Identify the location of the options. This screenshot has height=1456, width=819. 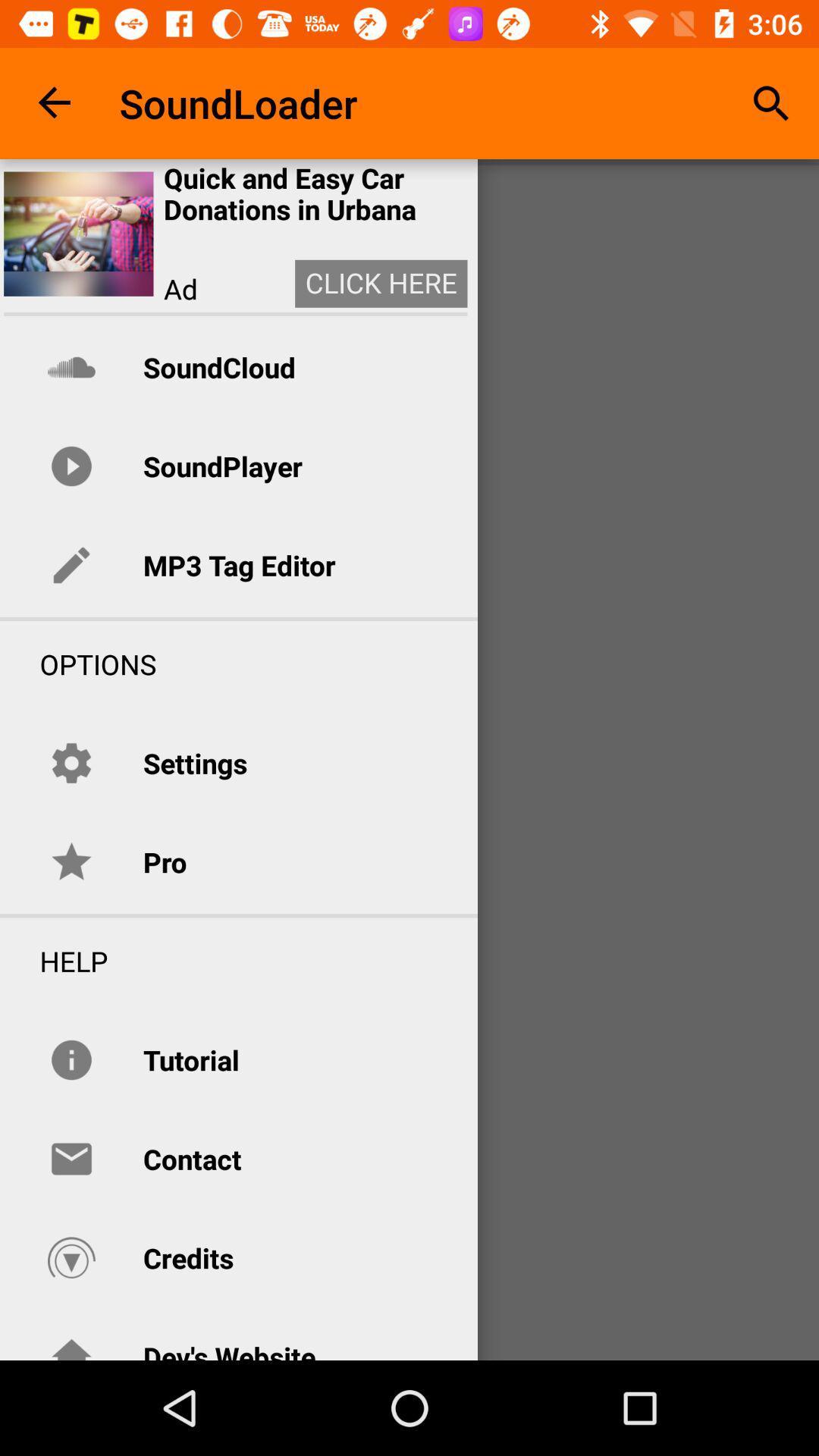
(78, 664).